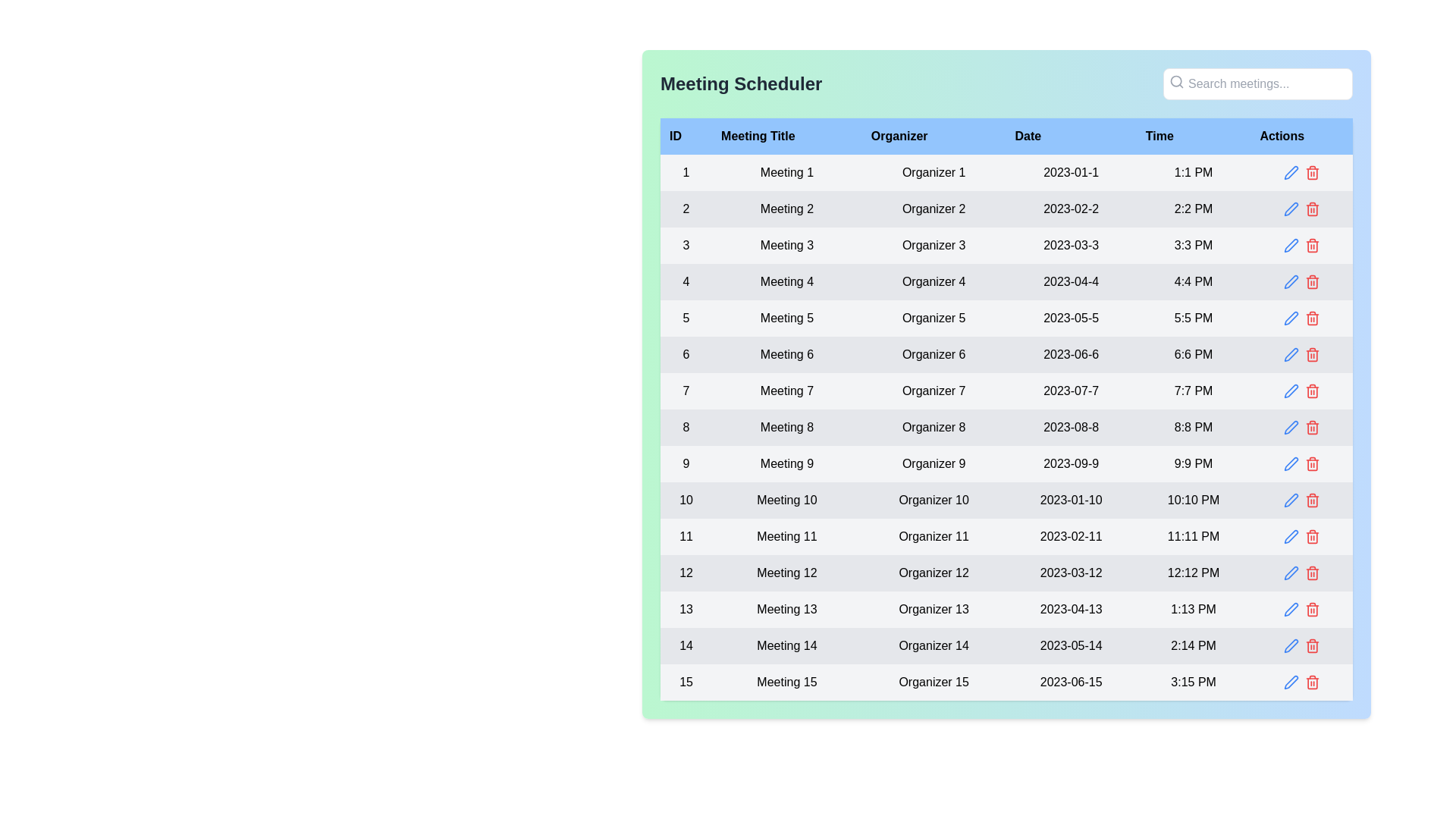 The height and width of the screenshot is (819, 1456). Describe the element at coordinates (1193, 463) in the screenshot. I see `the Text Label displaying '9:9 PM' in large, bold, black text, located in the fifth column under the 'Time' header, adjacent to '2023-09-9' and a pen icon` at that location.